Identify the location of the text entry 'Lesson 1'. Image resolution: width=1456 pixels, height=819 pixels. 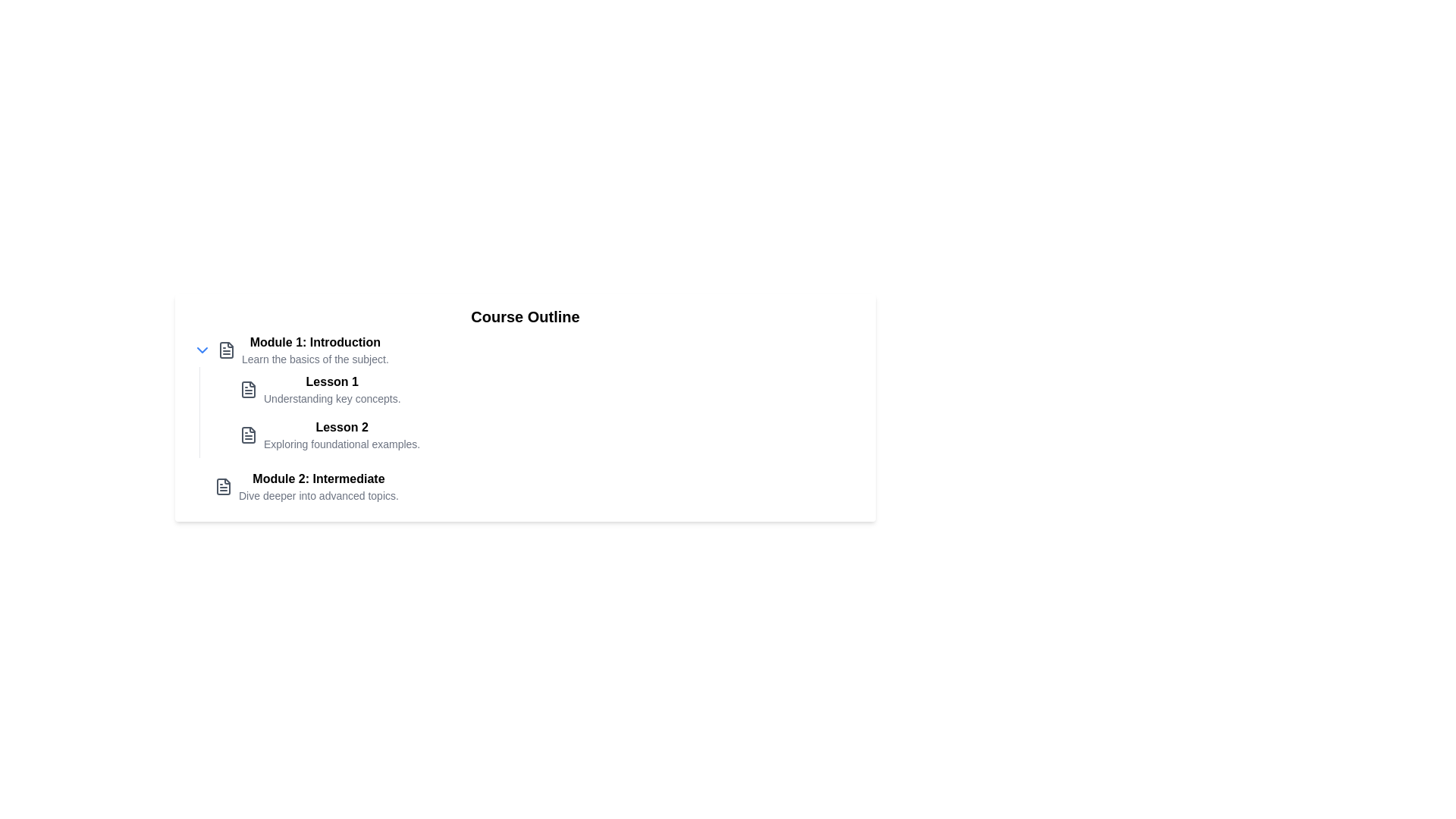
(331, 388).